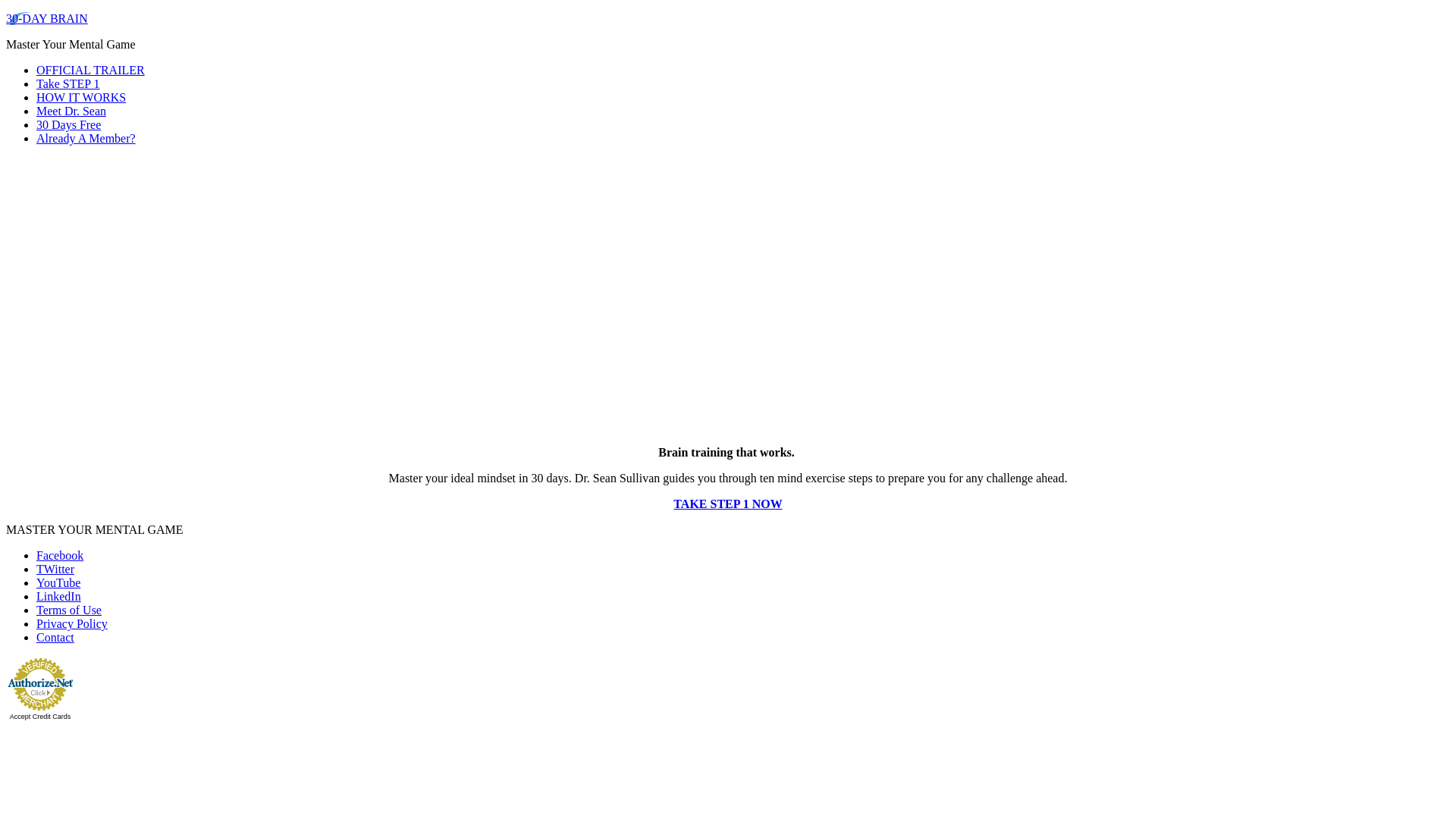 The width and height of the screenshot is (1456, 819). Describe the element at coordinates (726, 504) in the screenshot. I see `'TAKE STEP 1 NOW'` at that location.